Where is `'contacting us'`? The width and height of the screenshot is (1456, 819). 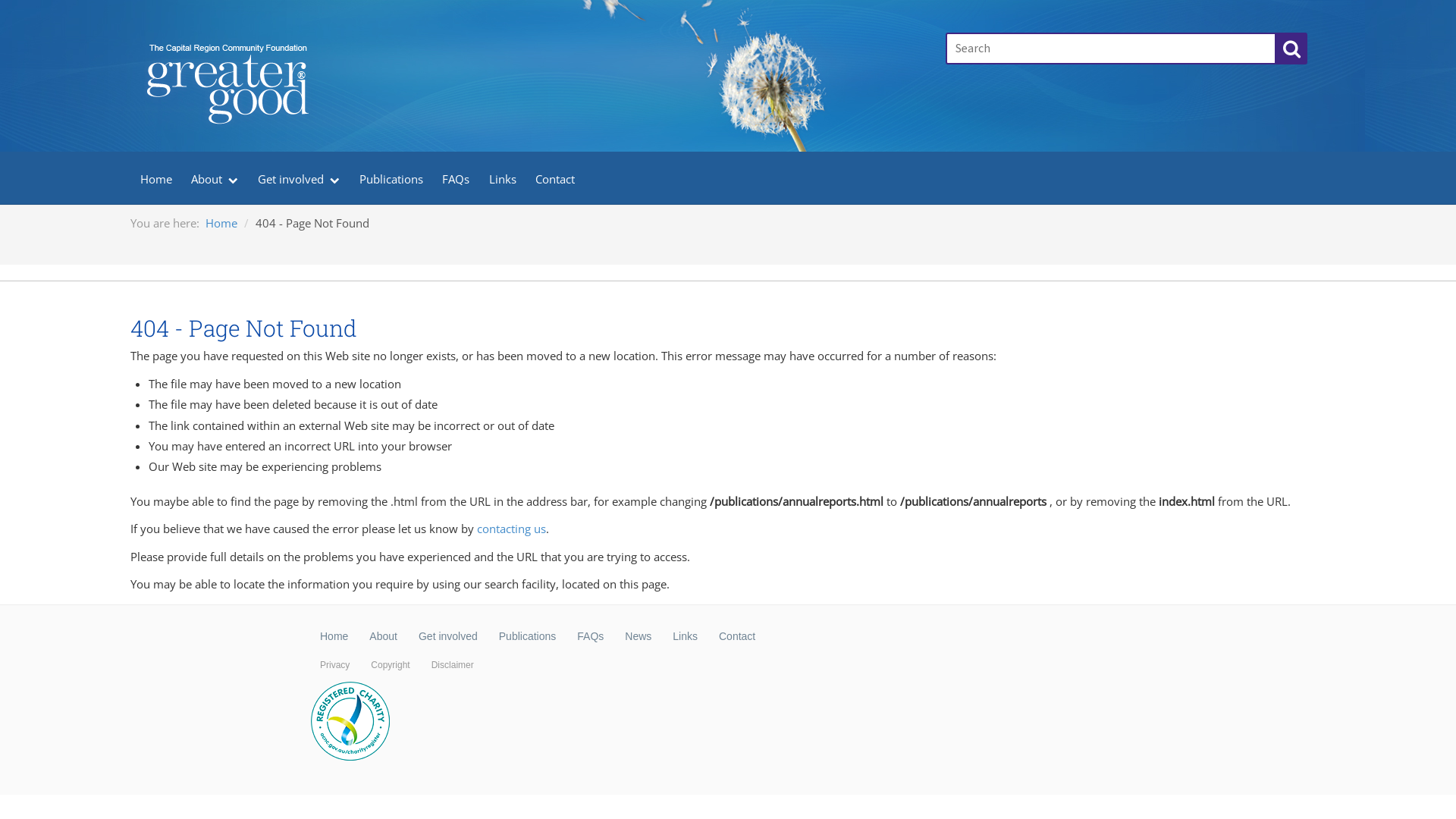 'contacting us' is located at coordinates (511, 528).